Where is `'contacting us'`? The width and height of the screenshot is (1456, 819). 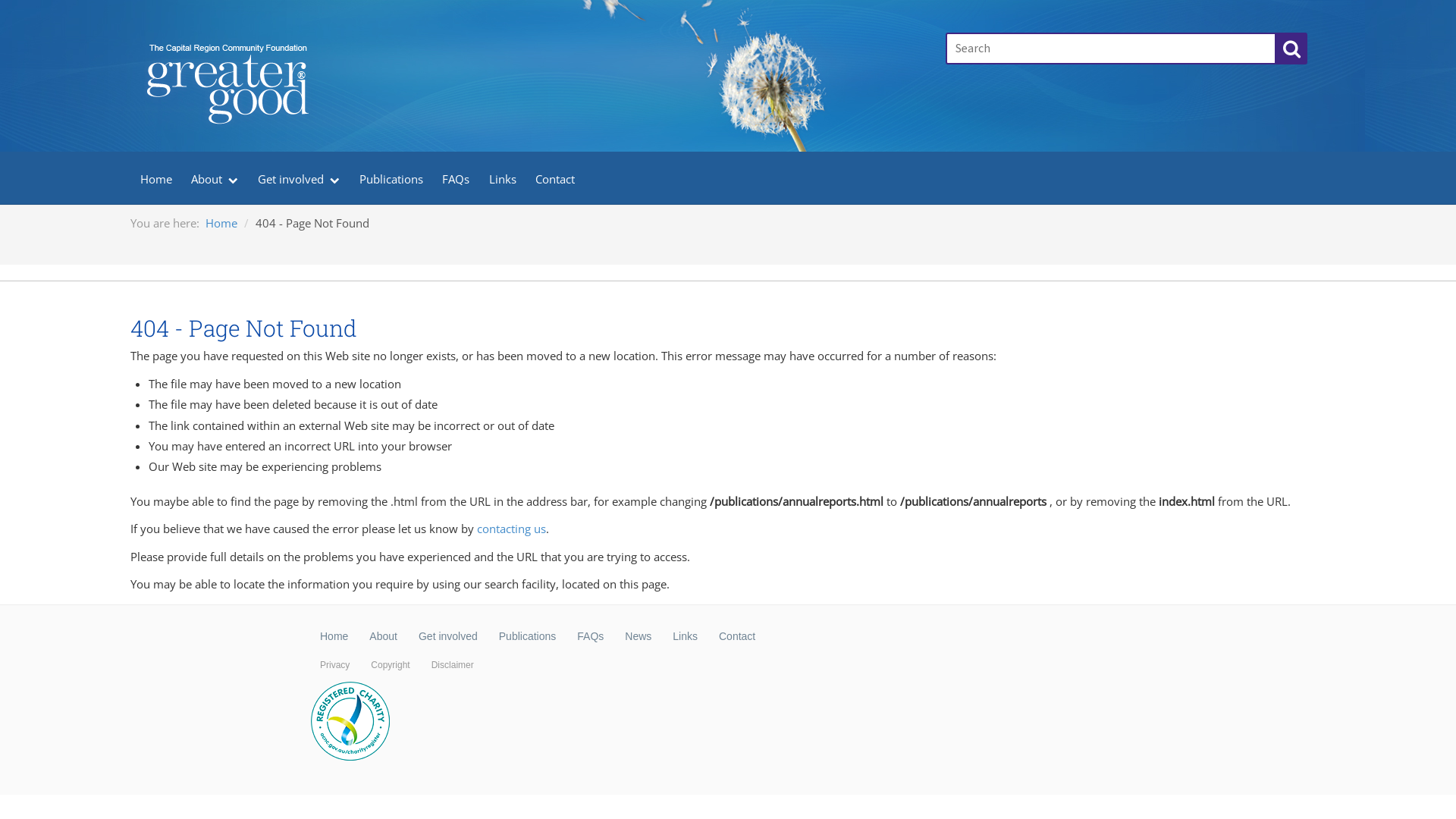 'contacting us' is located at coordinates (511, 528).